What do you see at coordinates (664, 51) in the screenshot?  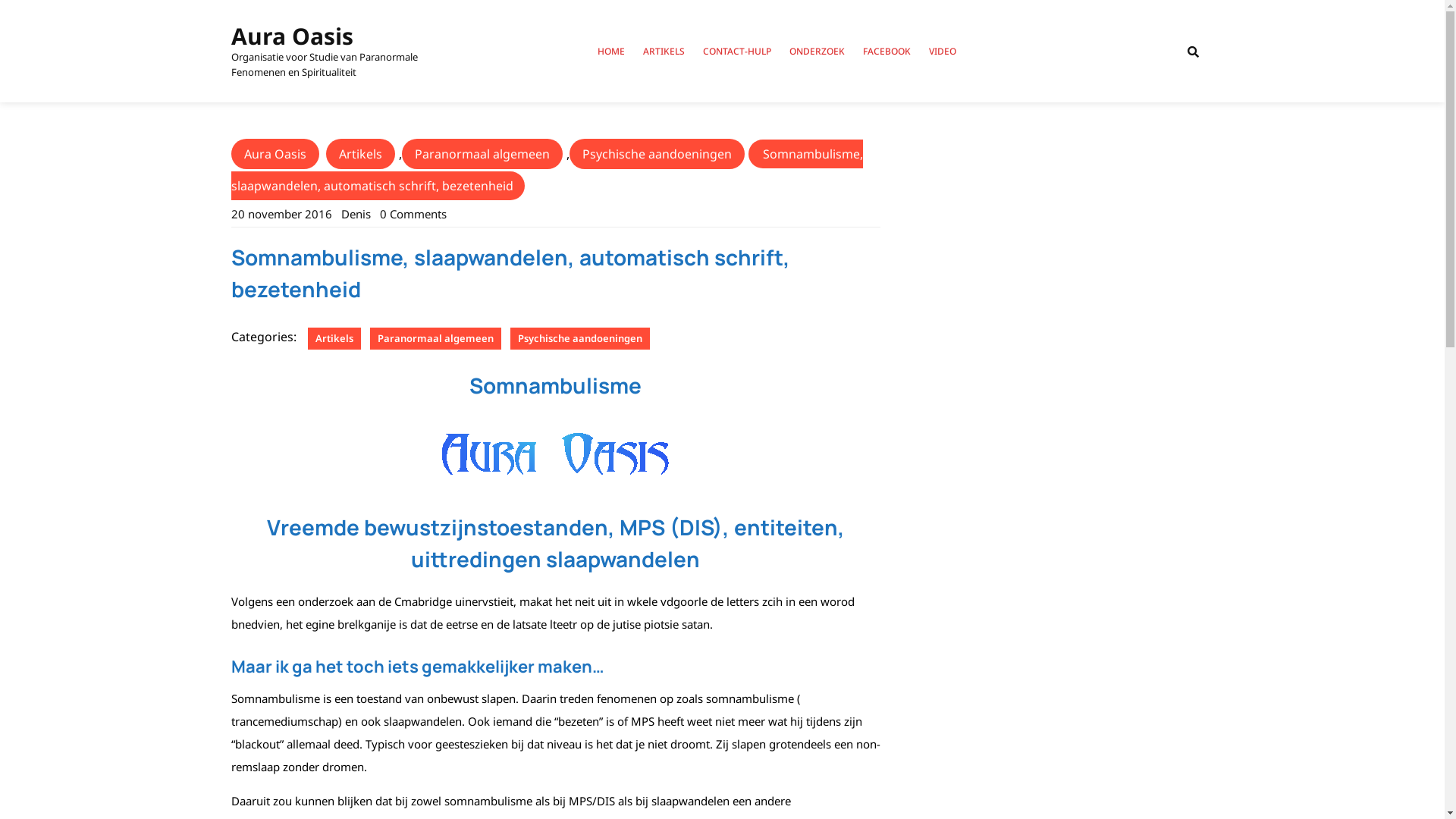 I see `'ARTIKELS'` at bounding box center [664, 51].